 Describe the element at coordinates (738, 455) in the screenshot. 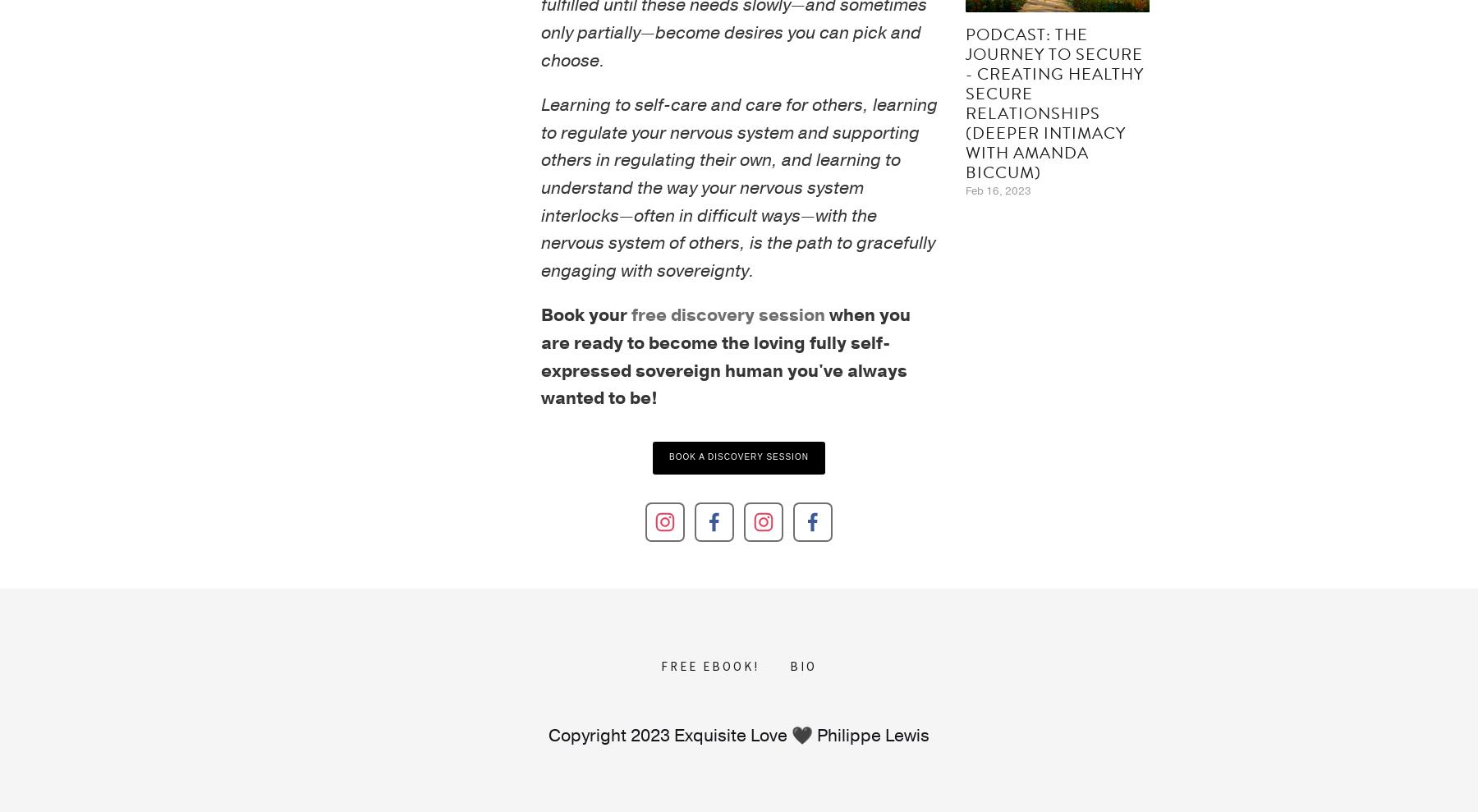

I see `'Book a Discovery Session'` at that location.